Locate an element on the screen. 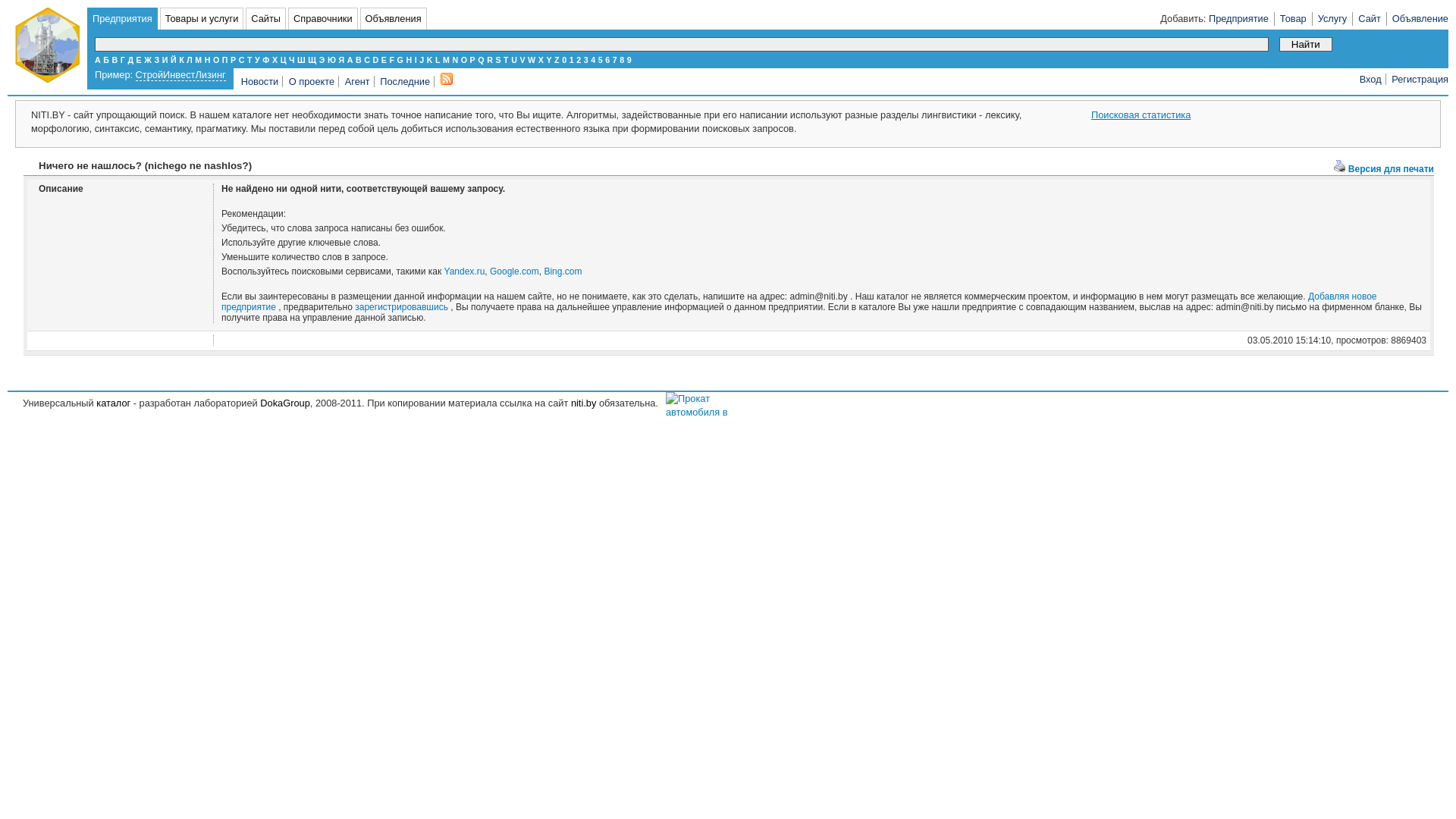  'G' is located at coordinates (400, 58).